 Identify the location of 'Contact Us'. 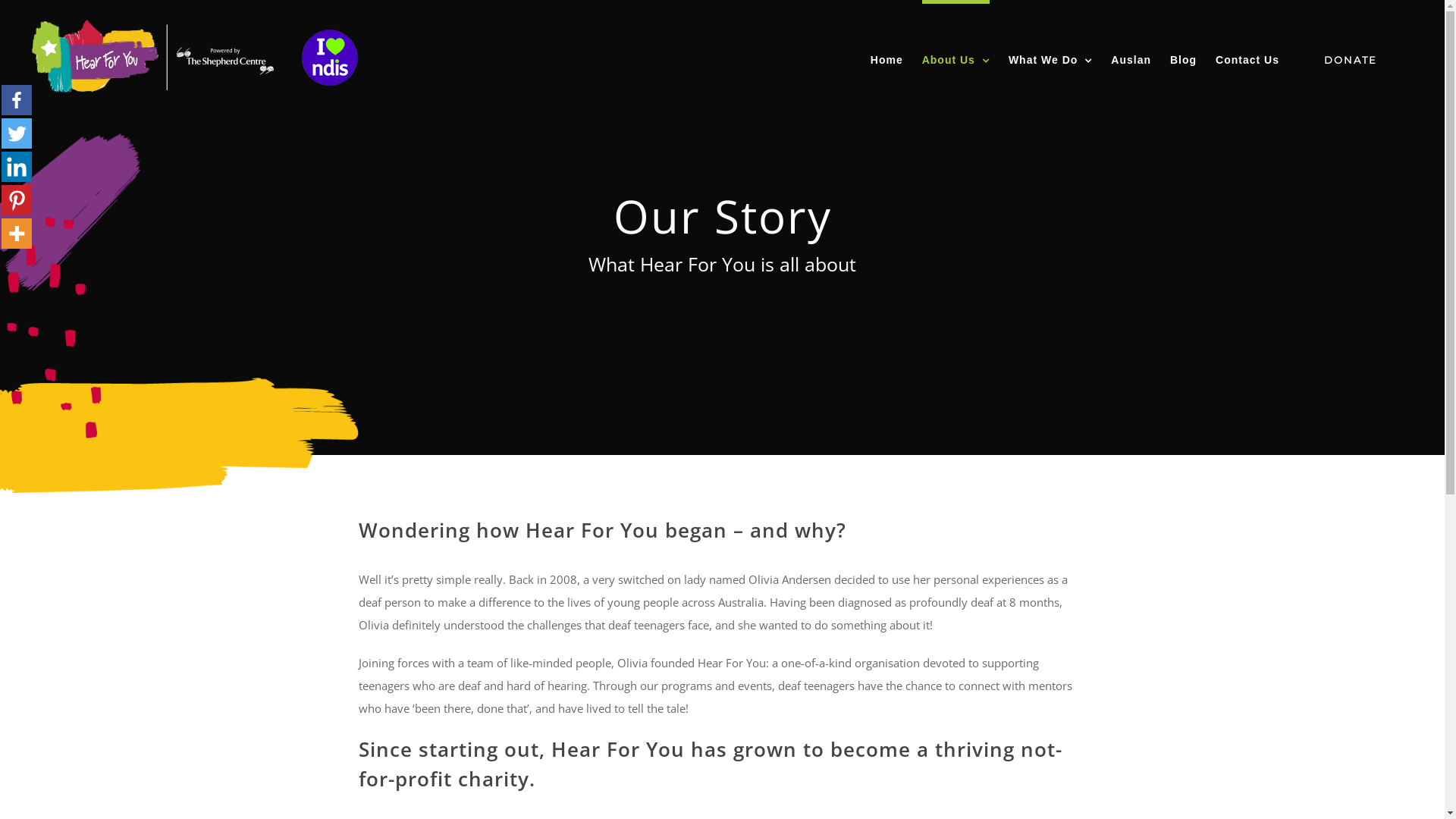
(1247, 57).